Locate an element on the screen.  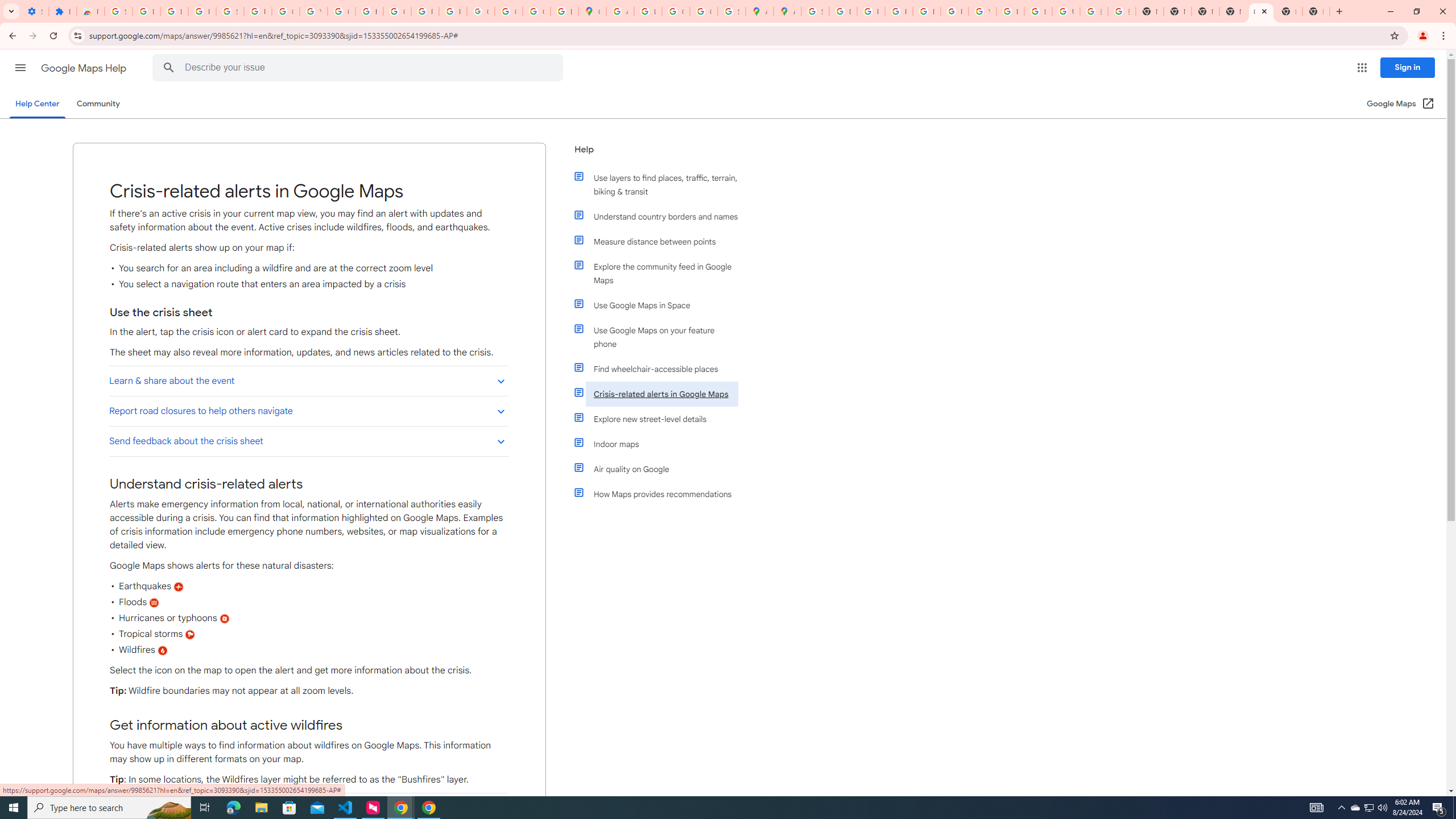
'Air quality on Google' is located at coordinates (661, 469).